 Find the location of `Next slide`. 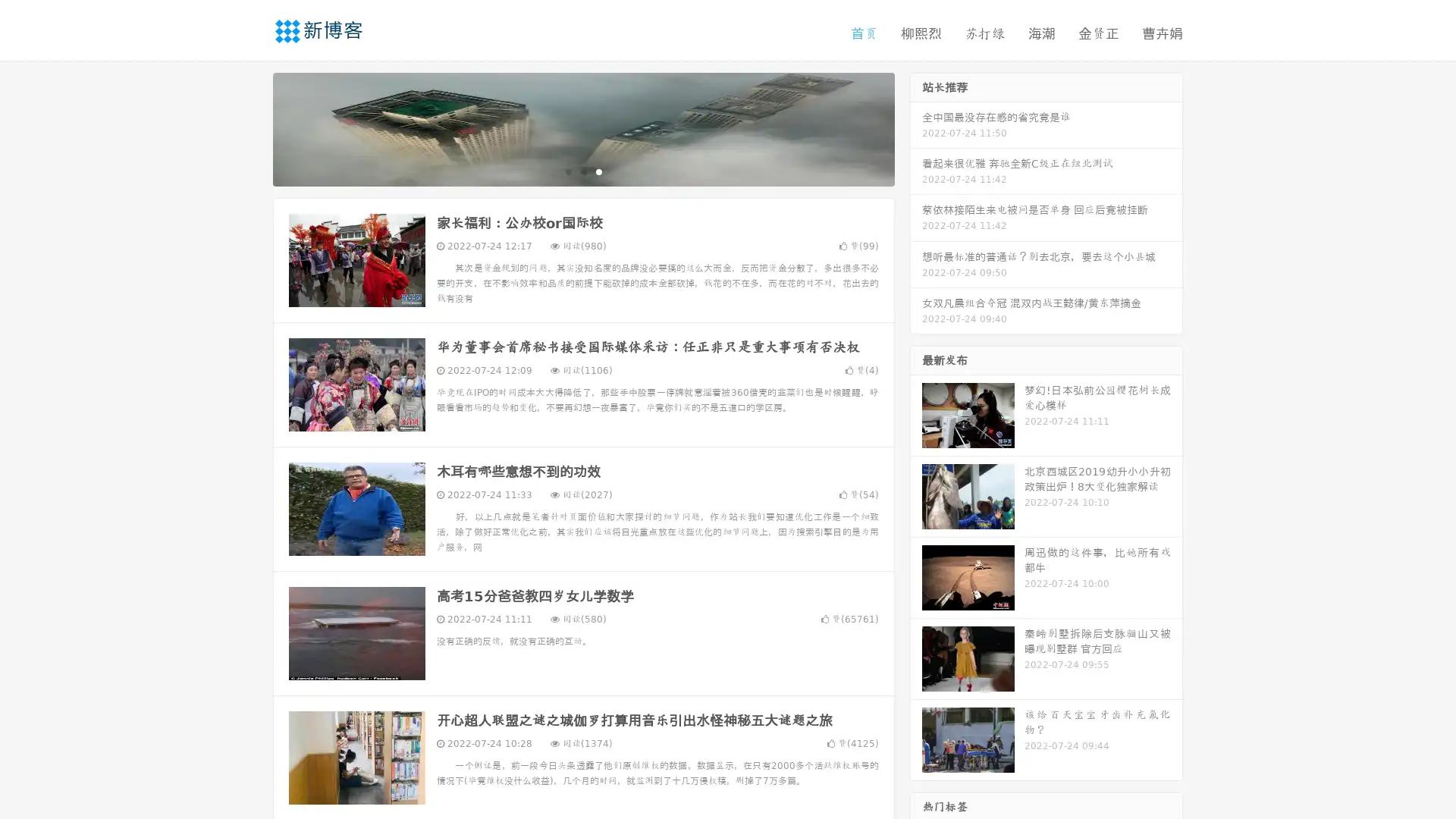

Next slide is located at coordinates (916, 127).